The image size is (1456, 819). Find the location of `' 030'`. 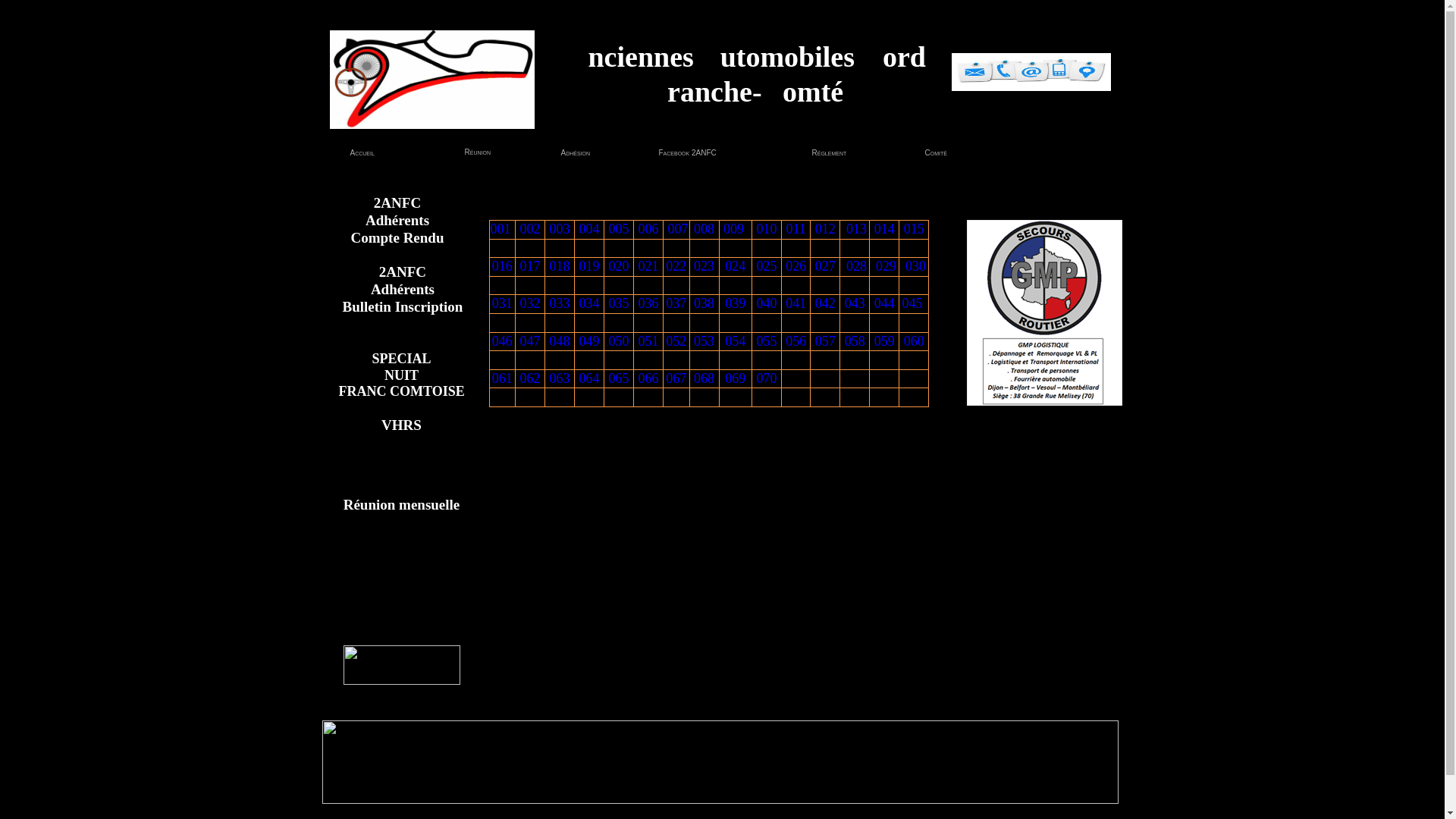

' 030' is located at coordinates (913, 265).